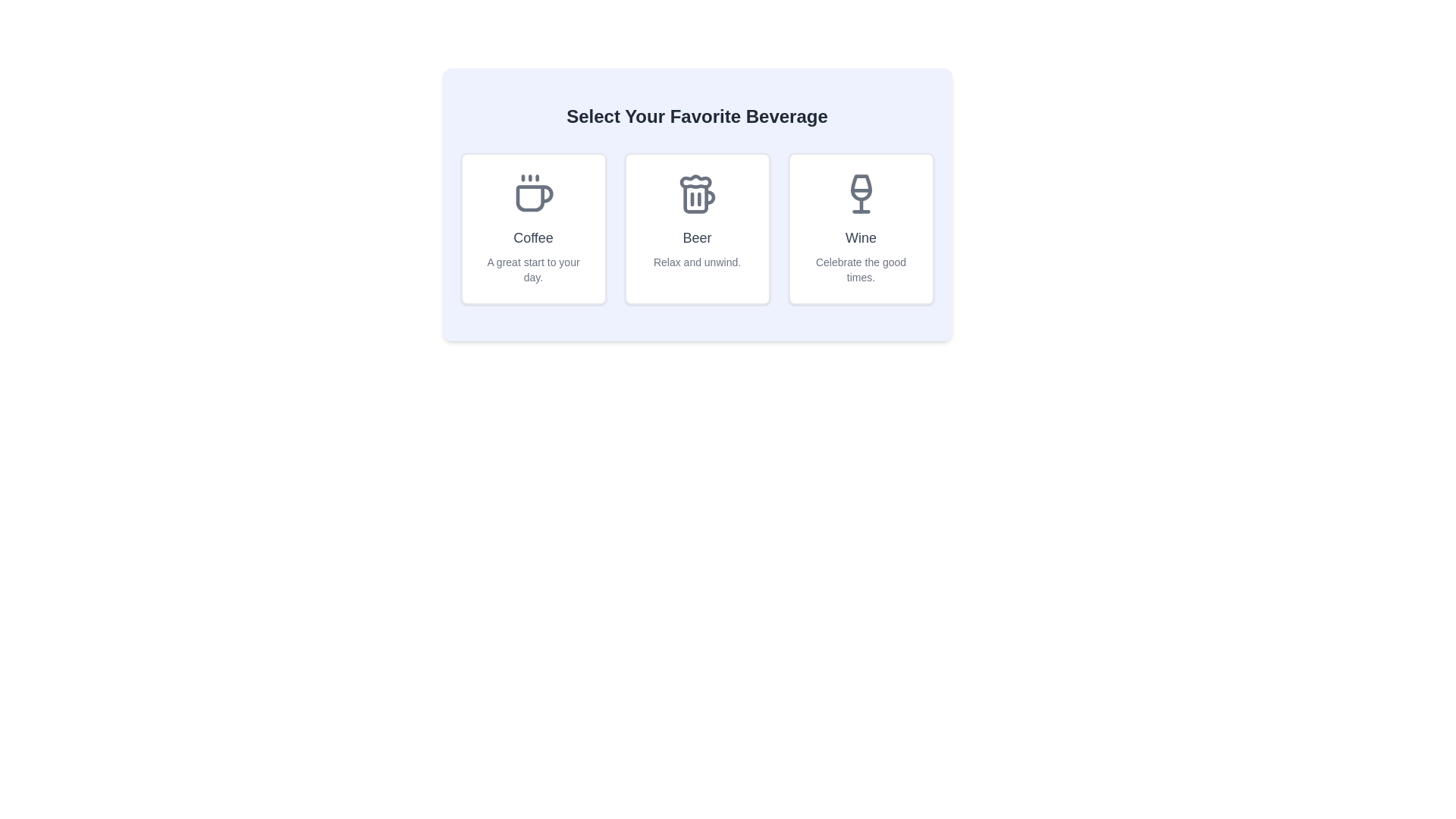 The image size is (1456, 819). Describe the element at coordinates (696, 262) in the screenshot. I see `the descriptive text label for the 'Beer' option, which is centrally located at the bottom of the 'Beer' card among three displayed cards` at that location.